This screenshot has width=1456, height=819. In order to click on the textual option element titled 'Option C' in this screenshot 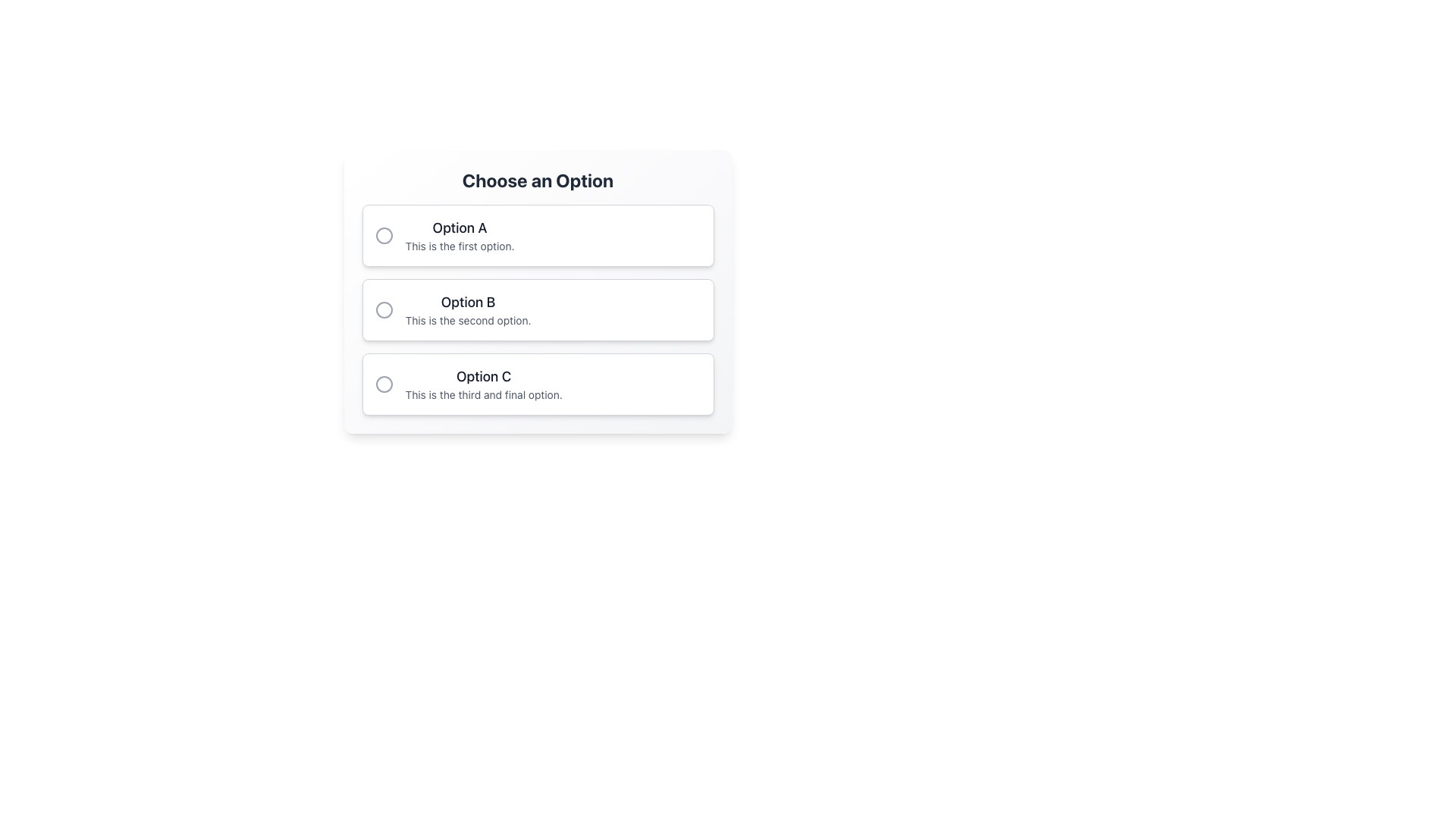, I will do `click(483, 383)`.